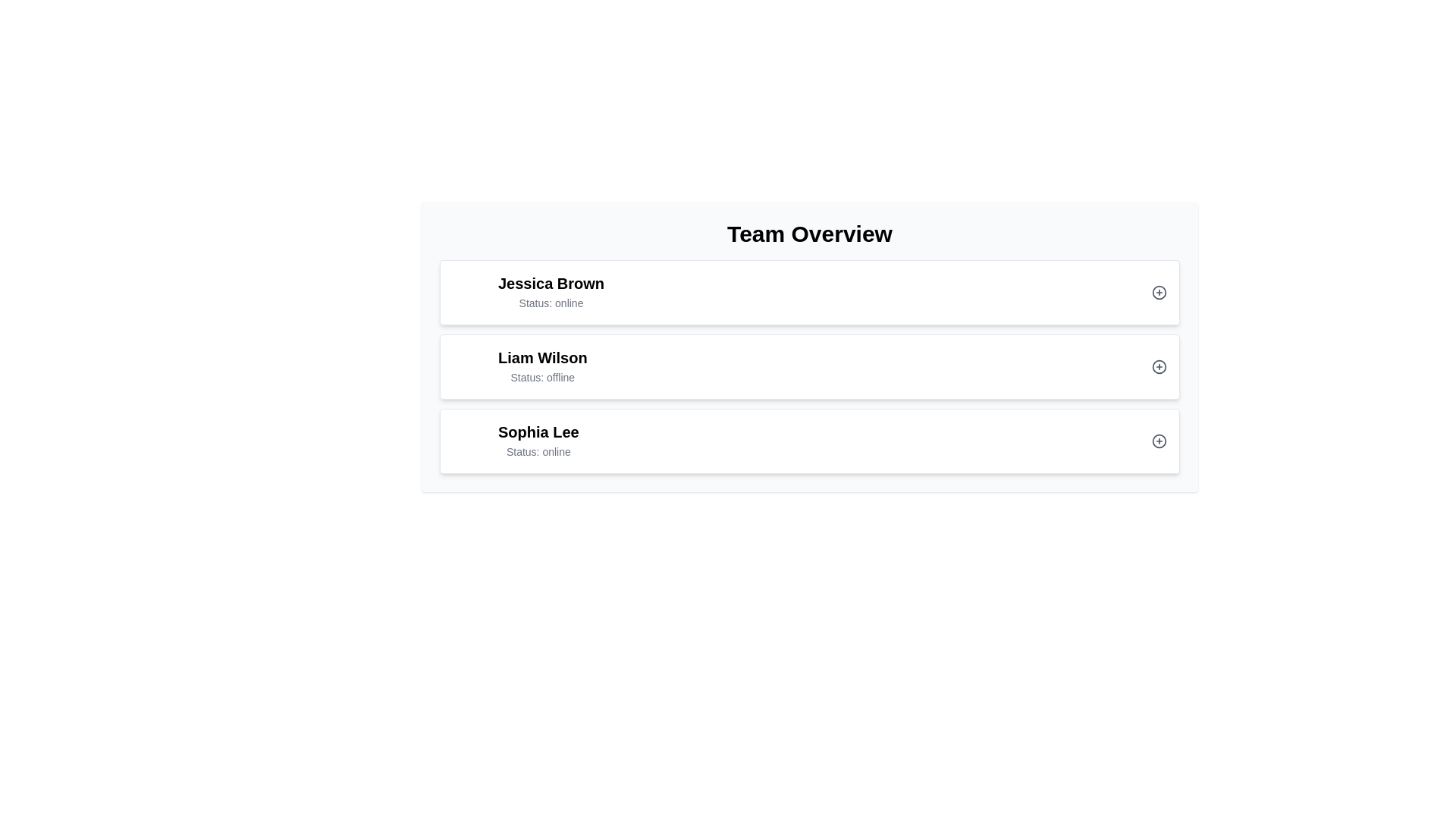 This screenshot has width=1456, height=819. I want to click on the circular badge displaying the initials 'LW', so click(469, 366).